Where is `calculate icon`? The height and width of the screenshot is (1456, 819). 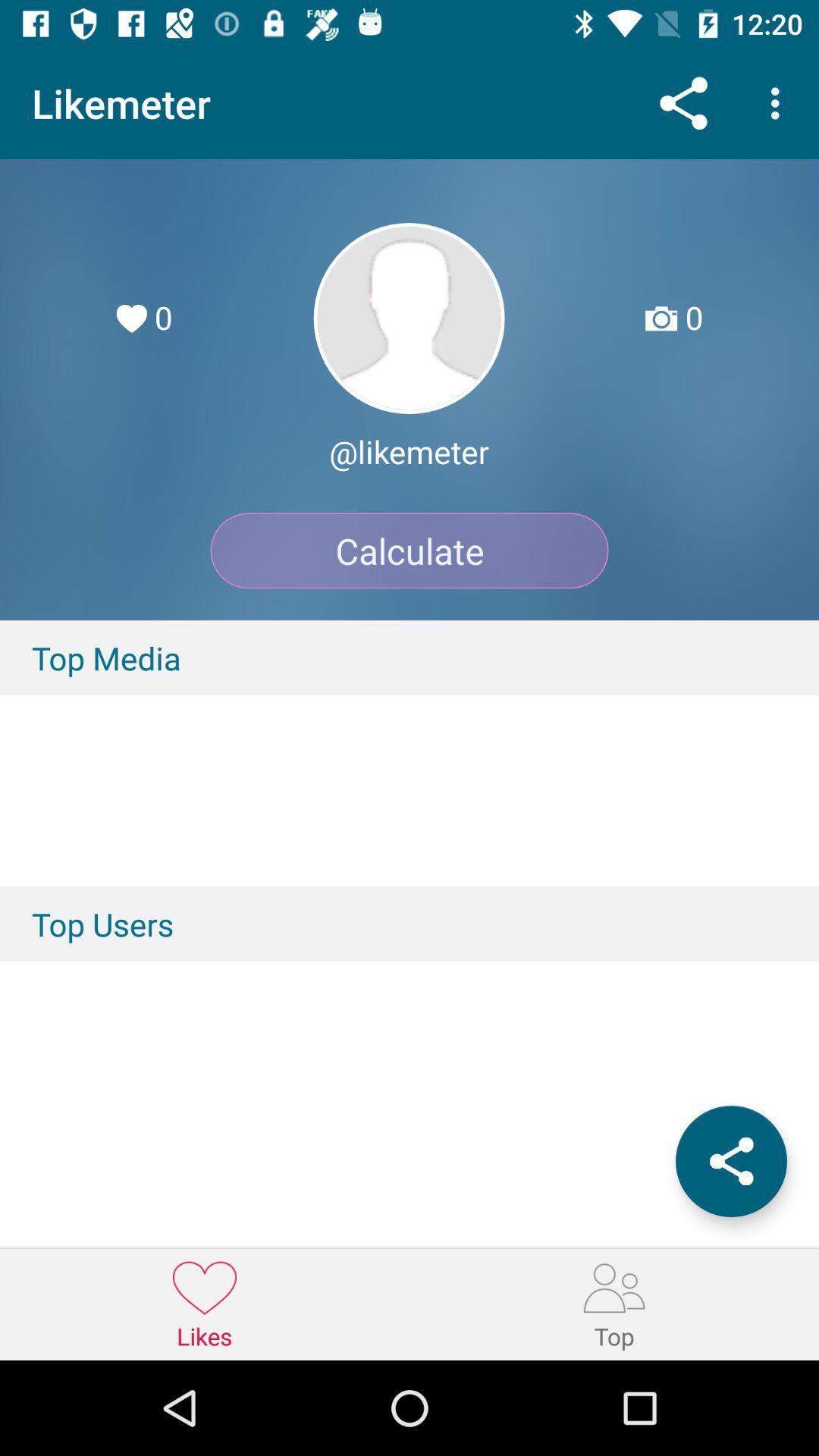 calculate icon is located at coordinates (409, 550).